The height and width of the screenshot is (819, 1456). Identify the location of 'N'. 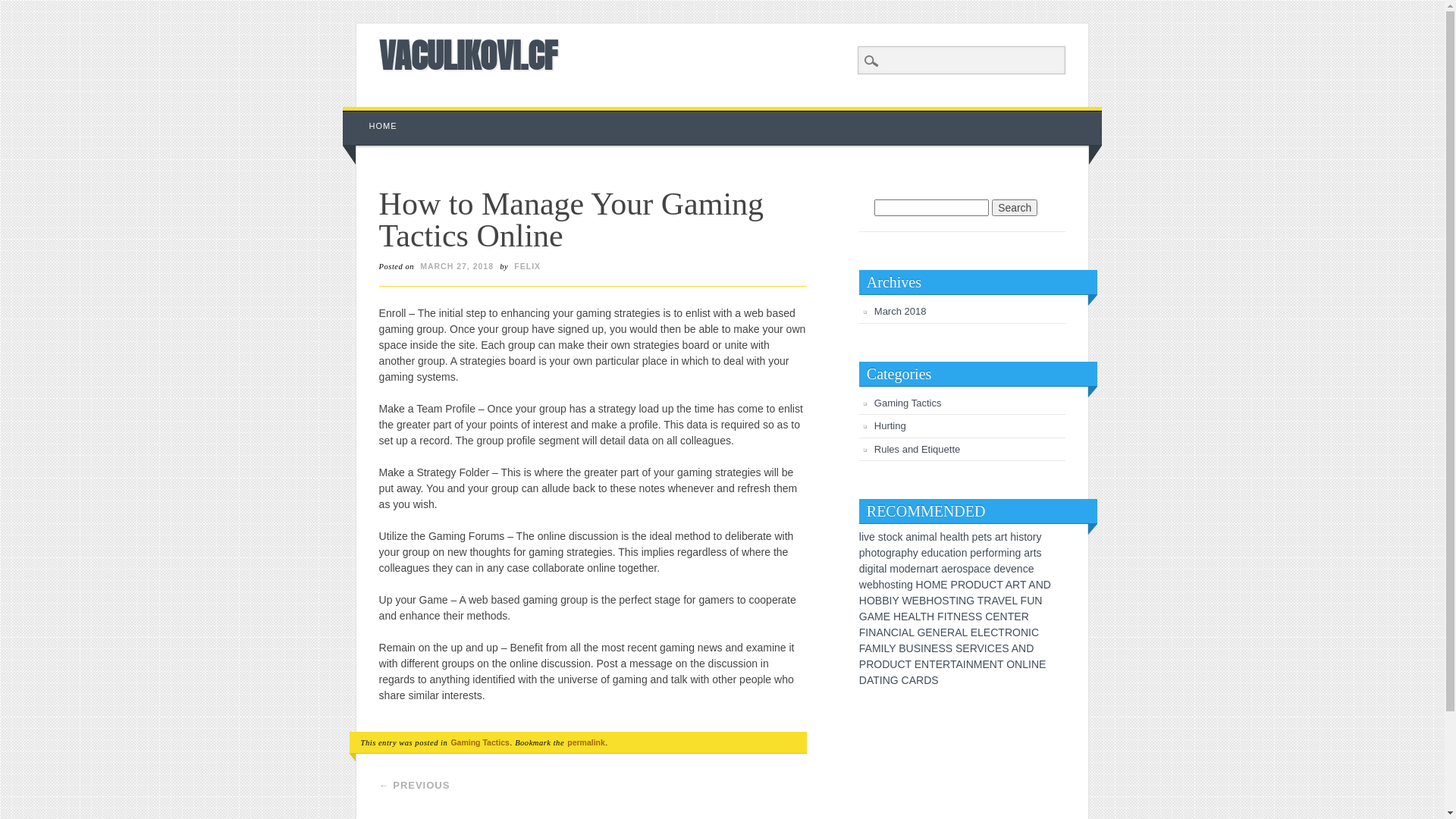
(1024, 632).